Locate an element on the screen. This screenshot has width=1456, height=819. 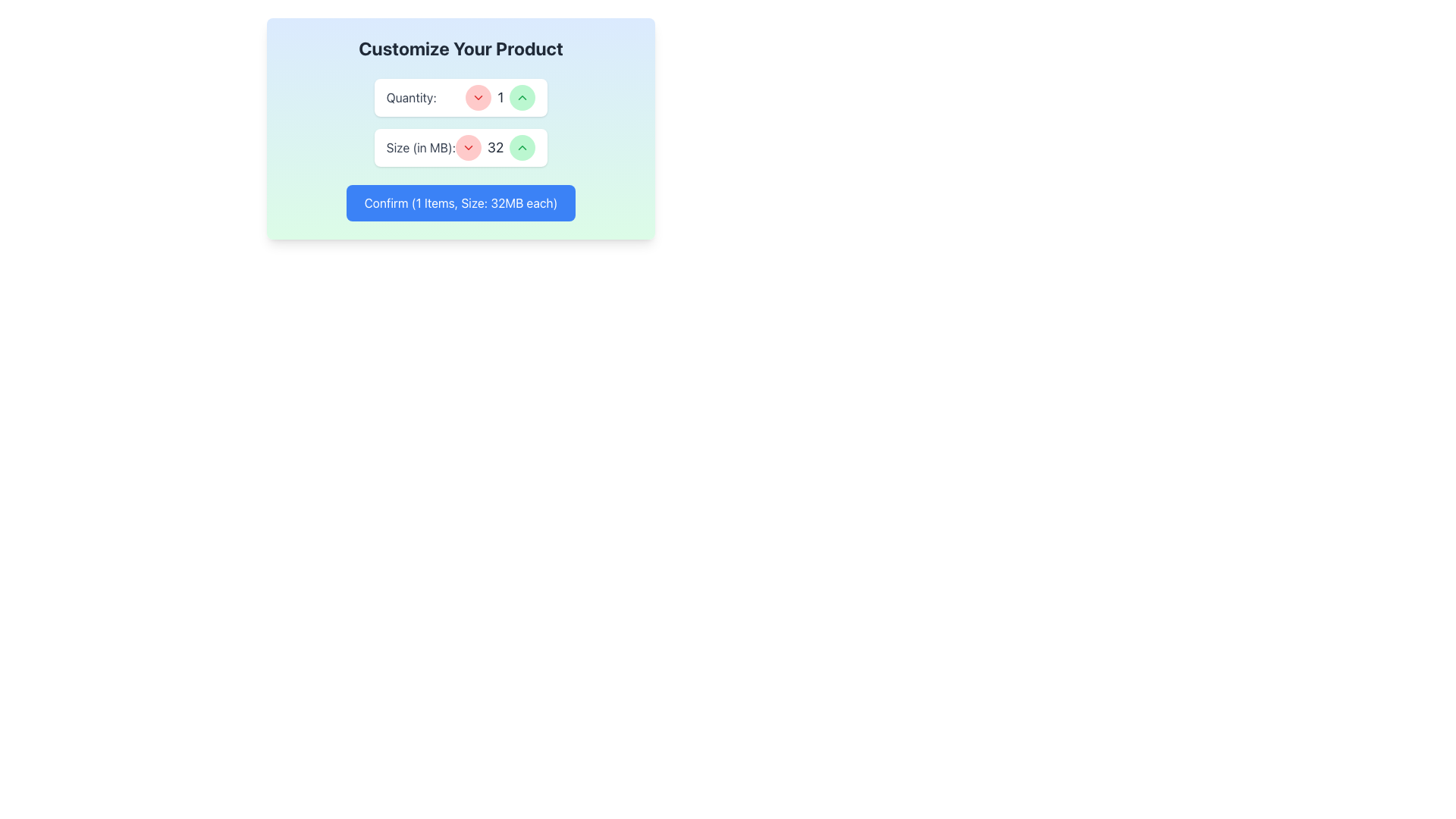
the Static Text displaying the number '32' in a bold, large gray font, located in the 'Size (in MB):' section is located at coordinates (495, 148).